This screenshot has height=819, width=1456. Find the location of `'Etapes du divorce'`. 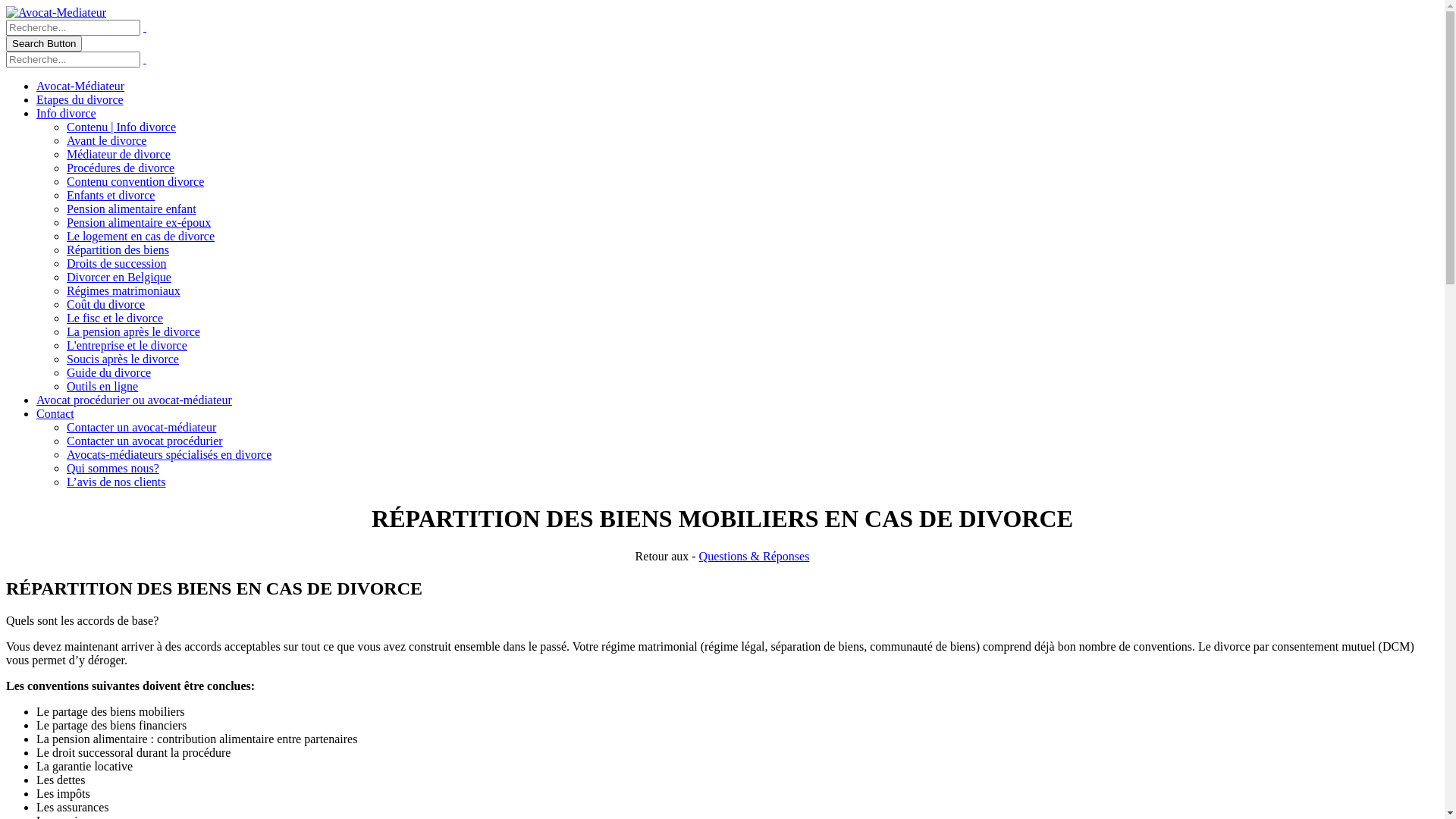

'Etapes du divorce' is located at coordinates (79, 99).